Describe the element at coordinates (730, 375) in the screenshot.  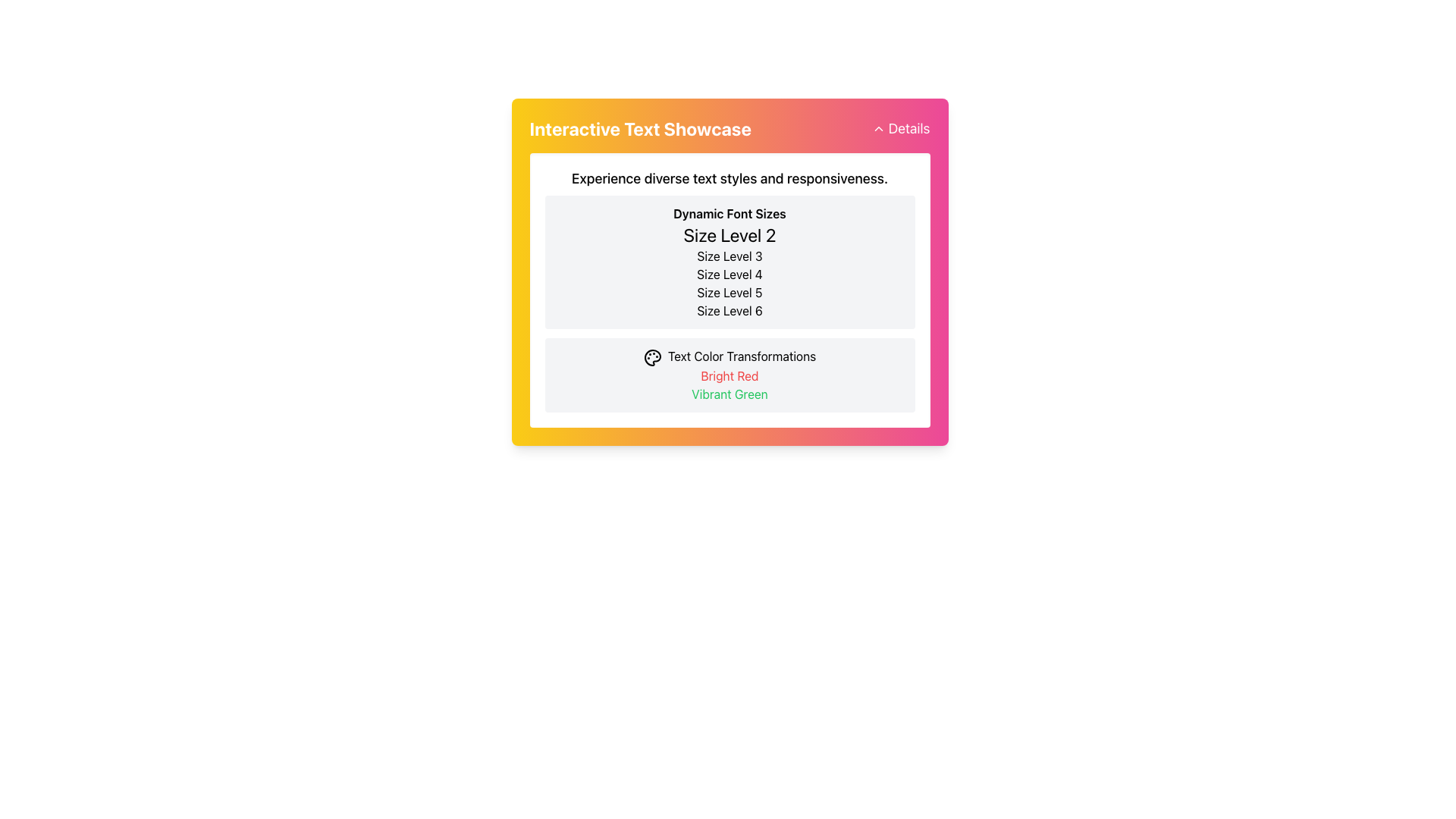
I see `the Text Label displaying 'Bright Red', which is styled with a red font color and located below the heading 'Text Color Transformations'` at that location.